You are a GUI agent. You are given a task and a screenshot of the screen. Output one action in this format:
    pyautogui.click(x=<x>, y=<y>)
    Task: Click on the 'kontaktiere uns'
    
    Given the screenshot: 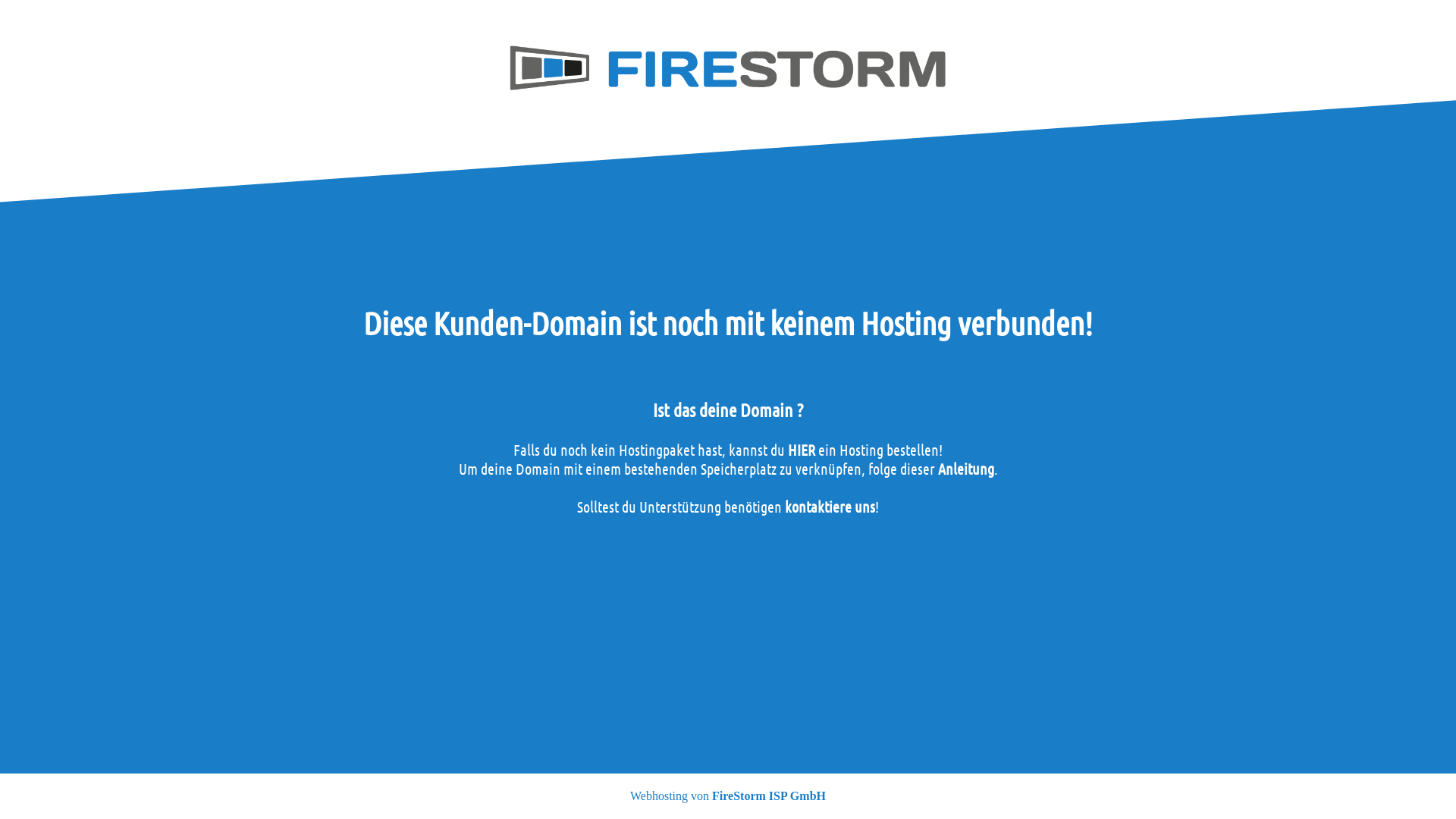 What is the action you would take?
    pyautogui.click(x=829, y=506)
    